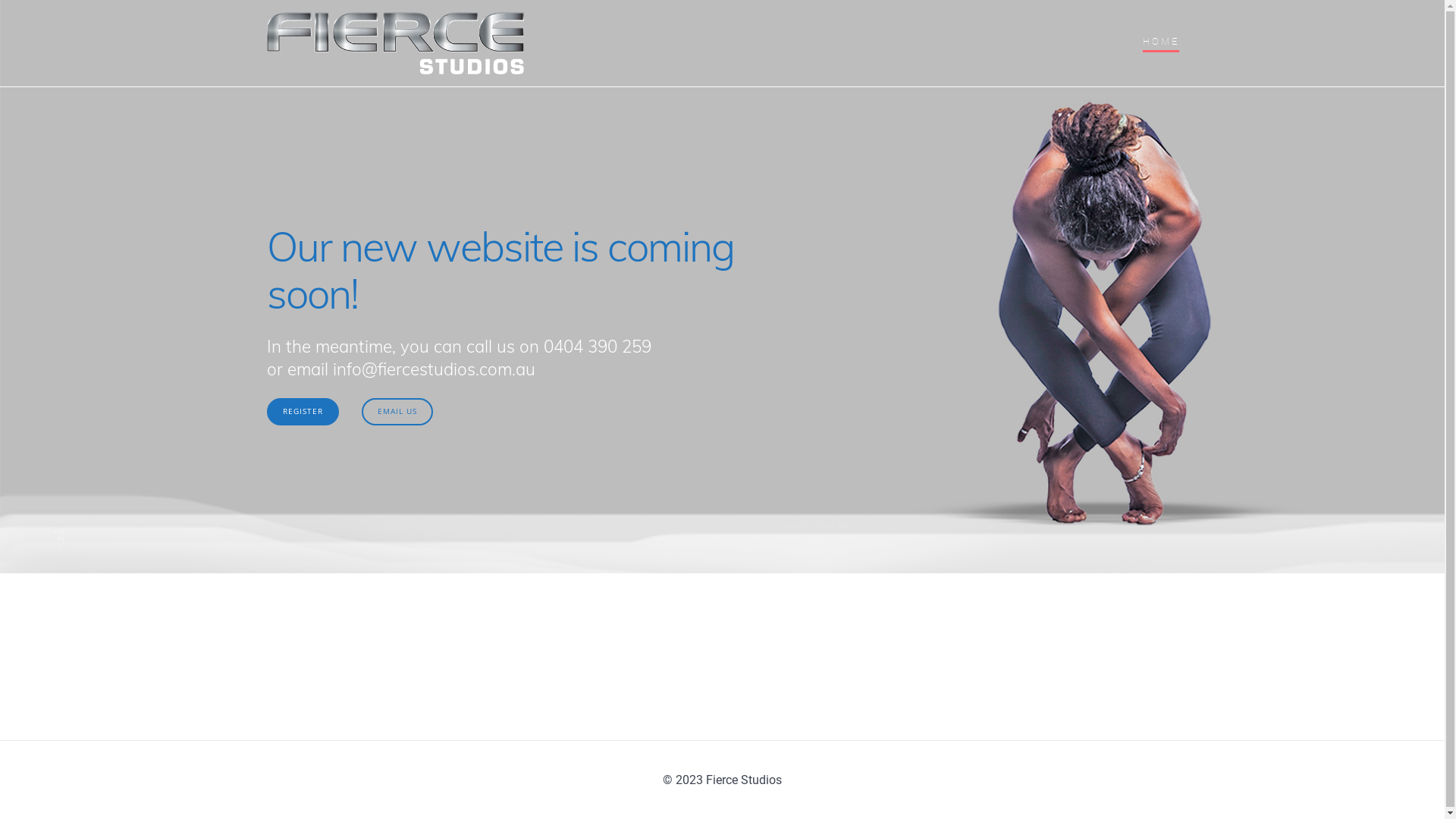 The image size is (1456, 819). I want to click on 'REGISTER', so click(303, 412).